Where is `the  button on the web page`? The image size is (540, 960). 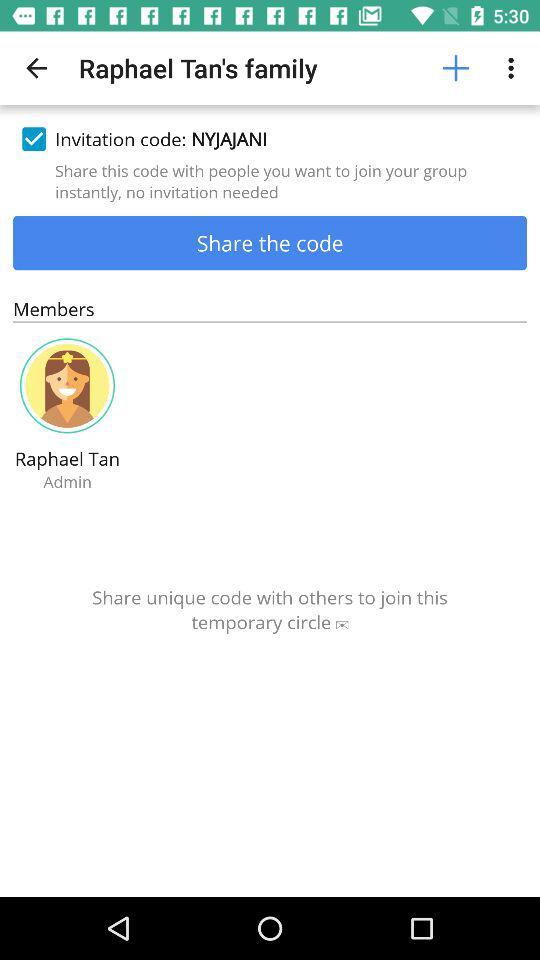 the  button on the web page is located at coordinates (456, 68).